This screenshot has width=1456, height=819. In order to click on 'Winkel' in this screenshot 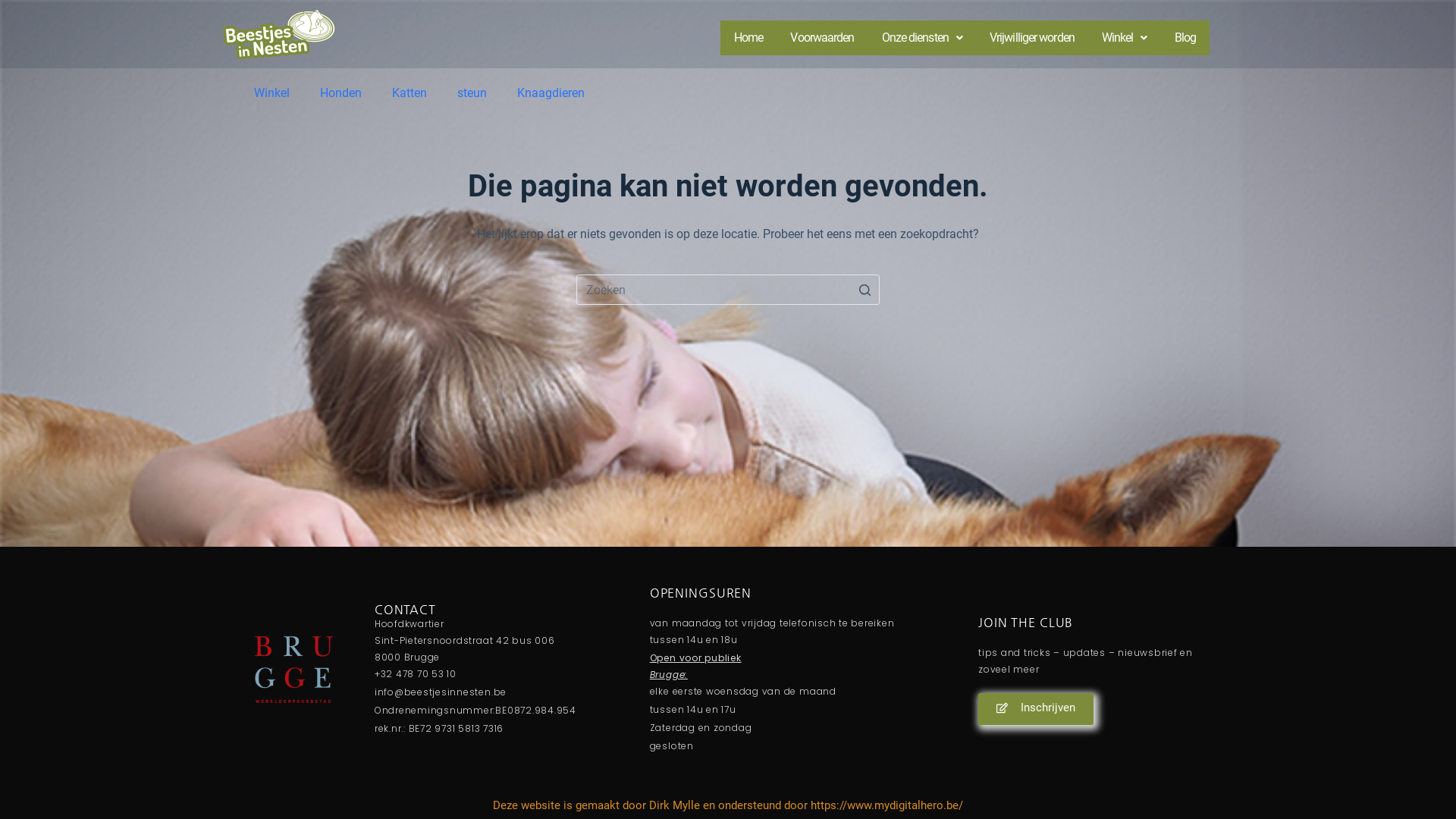, I will do `click(271, 93)`.